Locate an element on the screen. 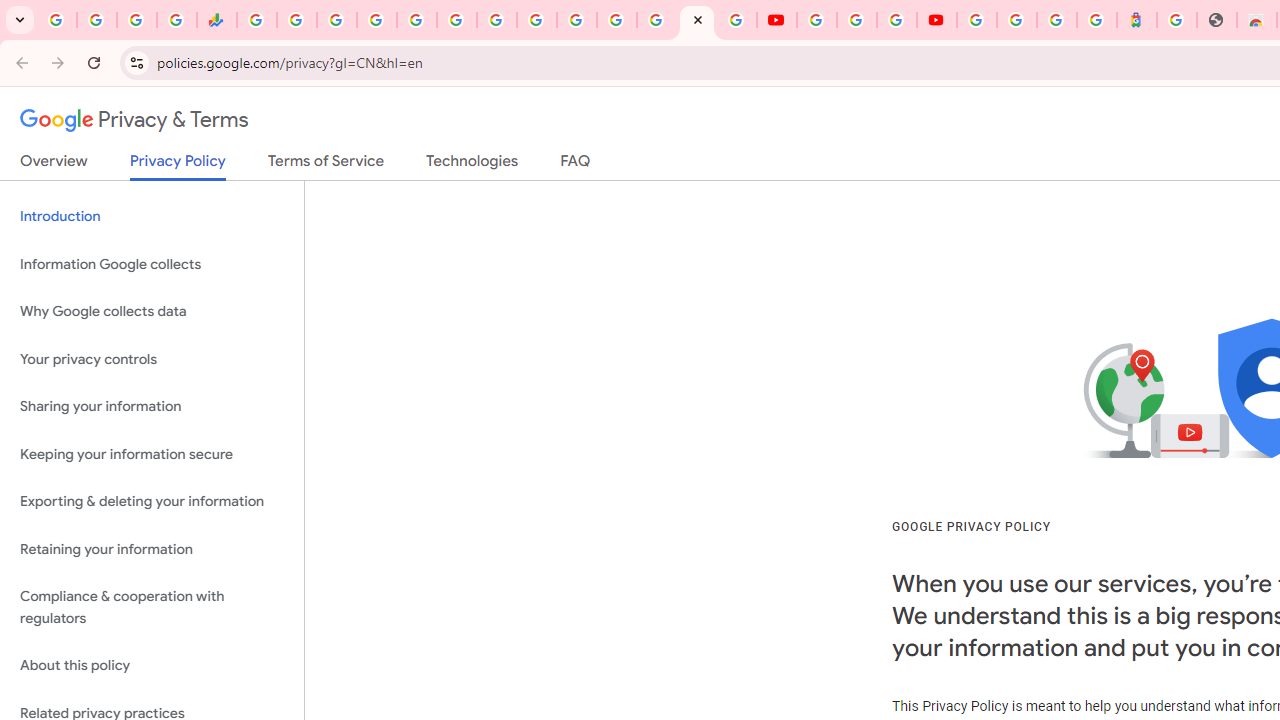 This screenshot has height=720, width=1280. 'Terms of Service' is located at coordinates (326, 164).